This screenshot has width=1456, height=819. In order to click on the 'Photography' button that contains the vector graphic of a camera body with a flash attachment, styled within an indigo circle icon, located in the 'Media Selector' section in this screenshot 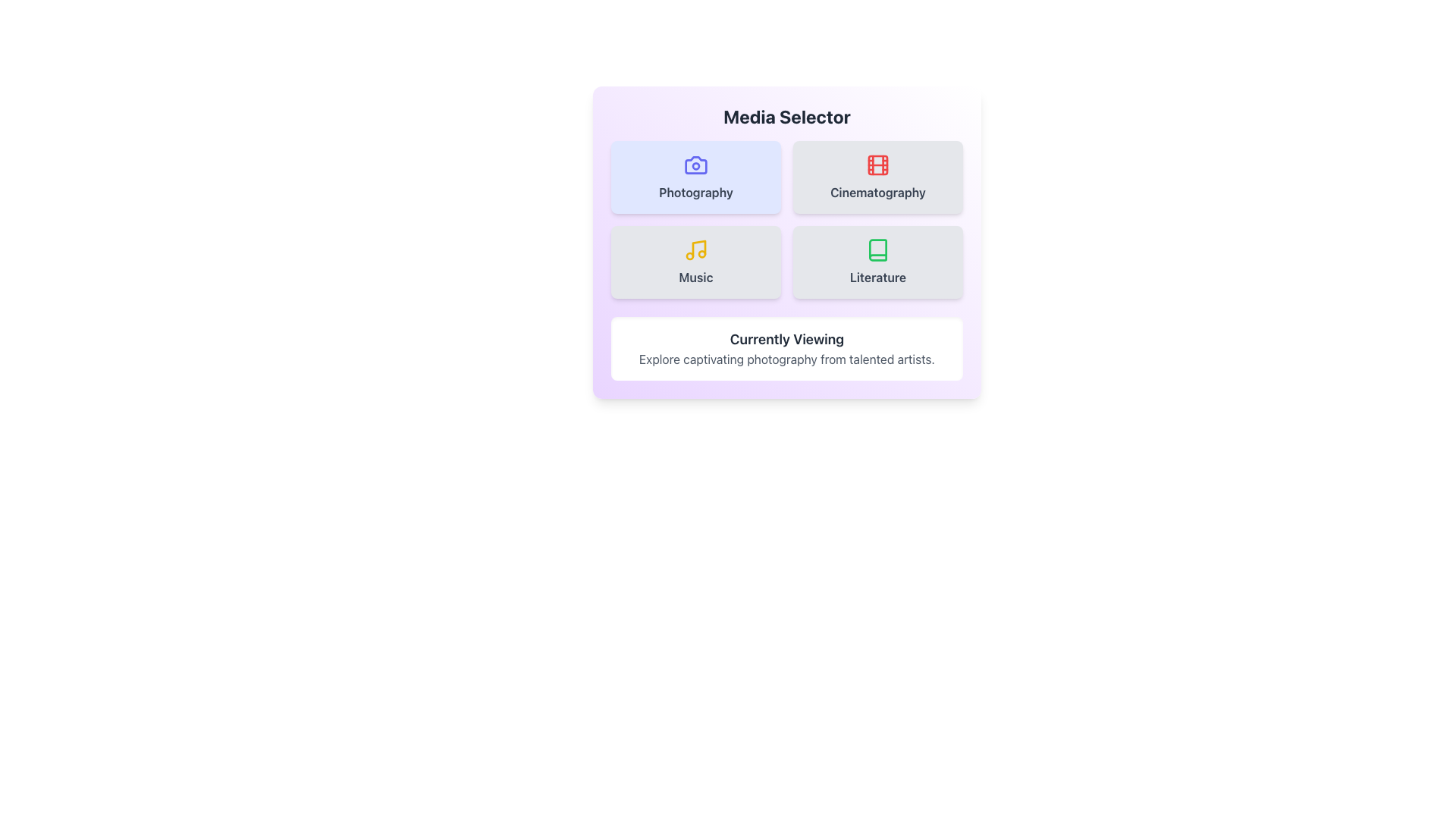, I will do `click(695, 165)`.